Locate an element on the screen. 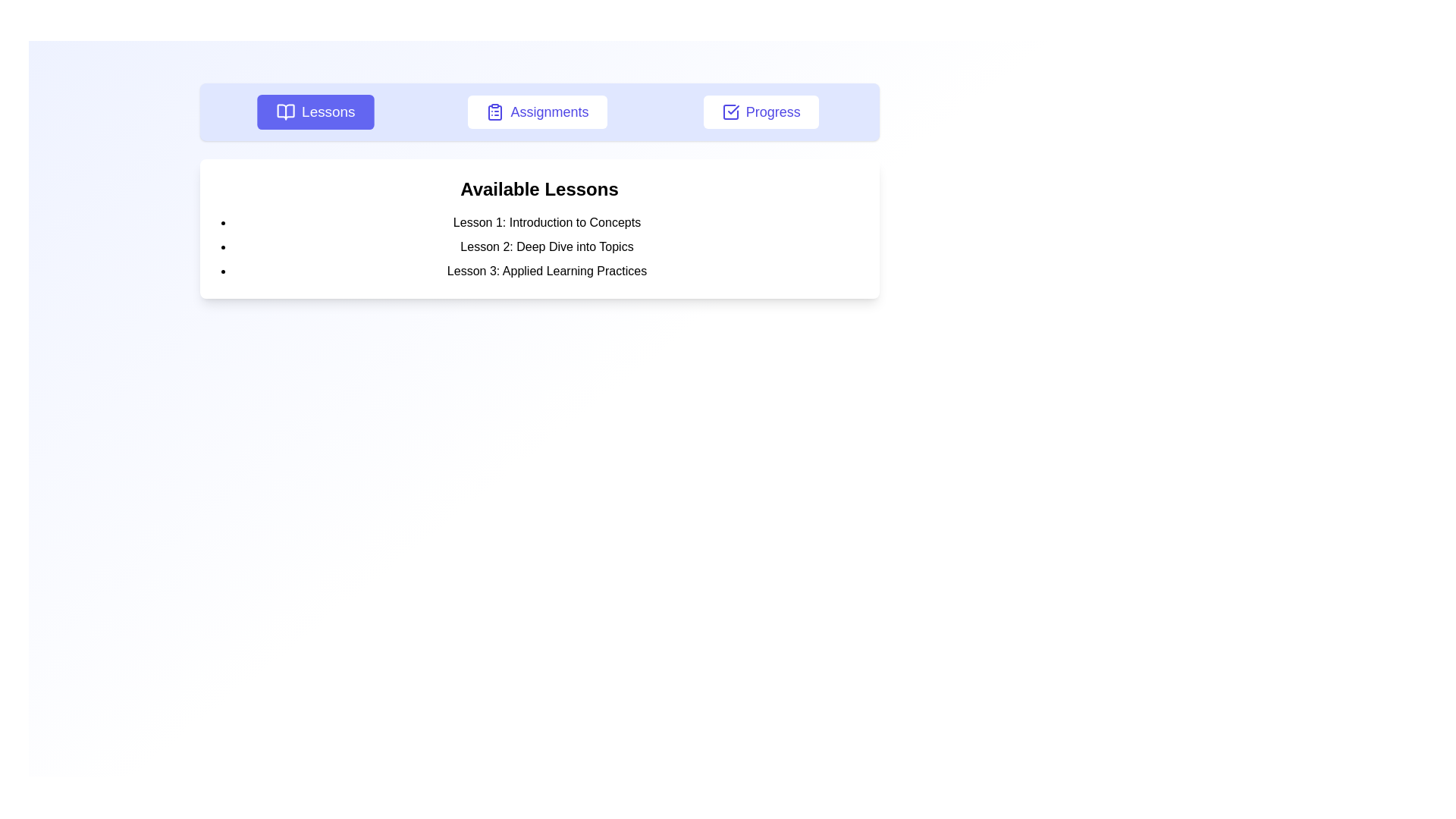 This screenshot has height=819, width=1456. the leftmost navigation button labeled 'Lessons' is located at coordinates (315, 111).